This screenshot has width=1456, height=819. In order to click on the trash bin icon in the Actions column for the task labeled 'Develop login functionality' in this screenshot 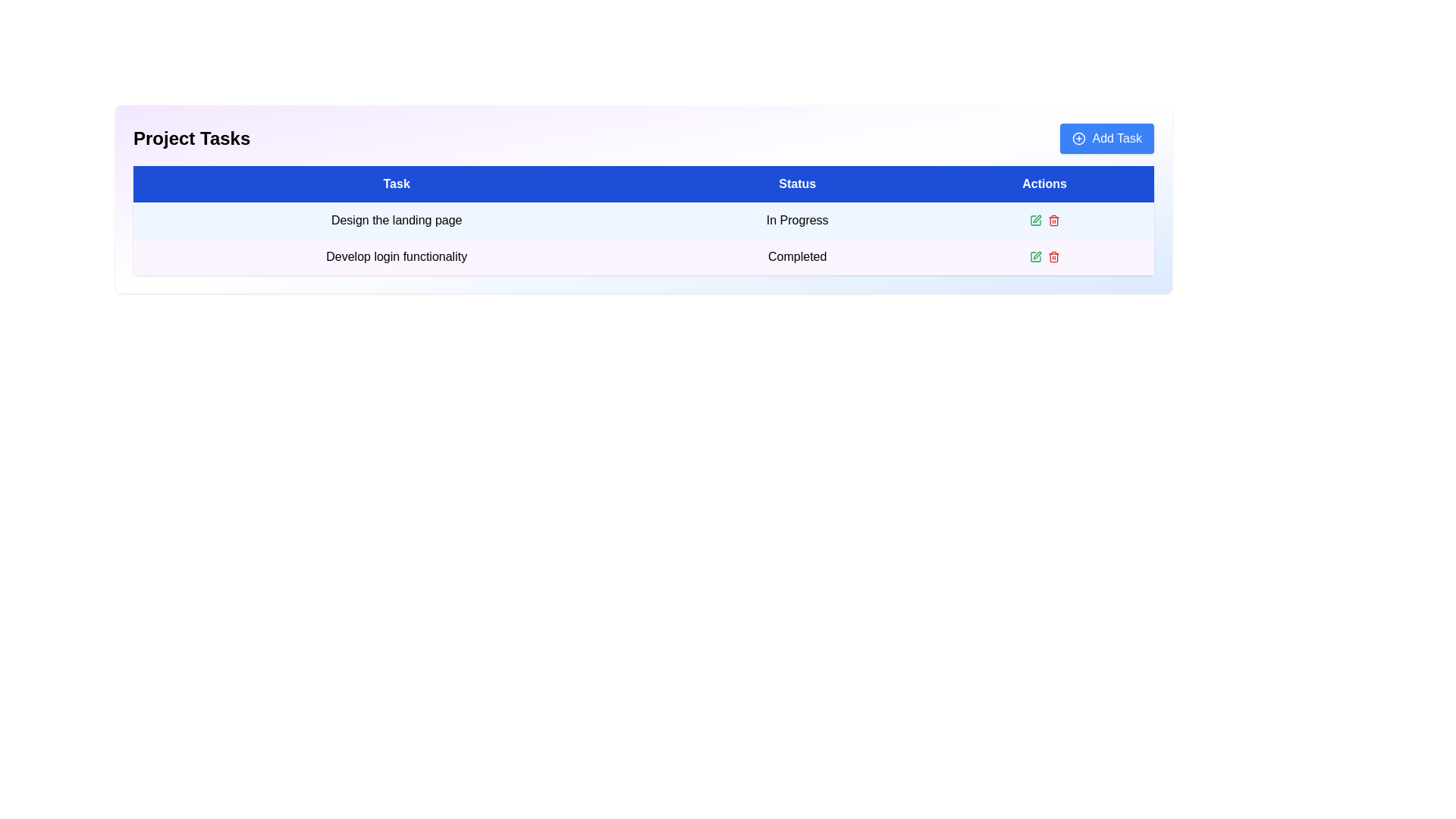, I will do `click(1053, 221)`.